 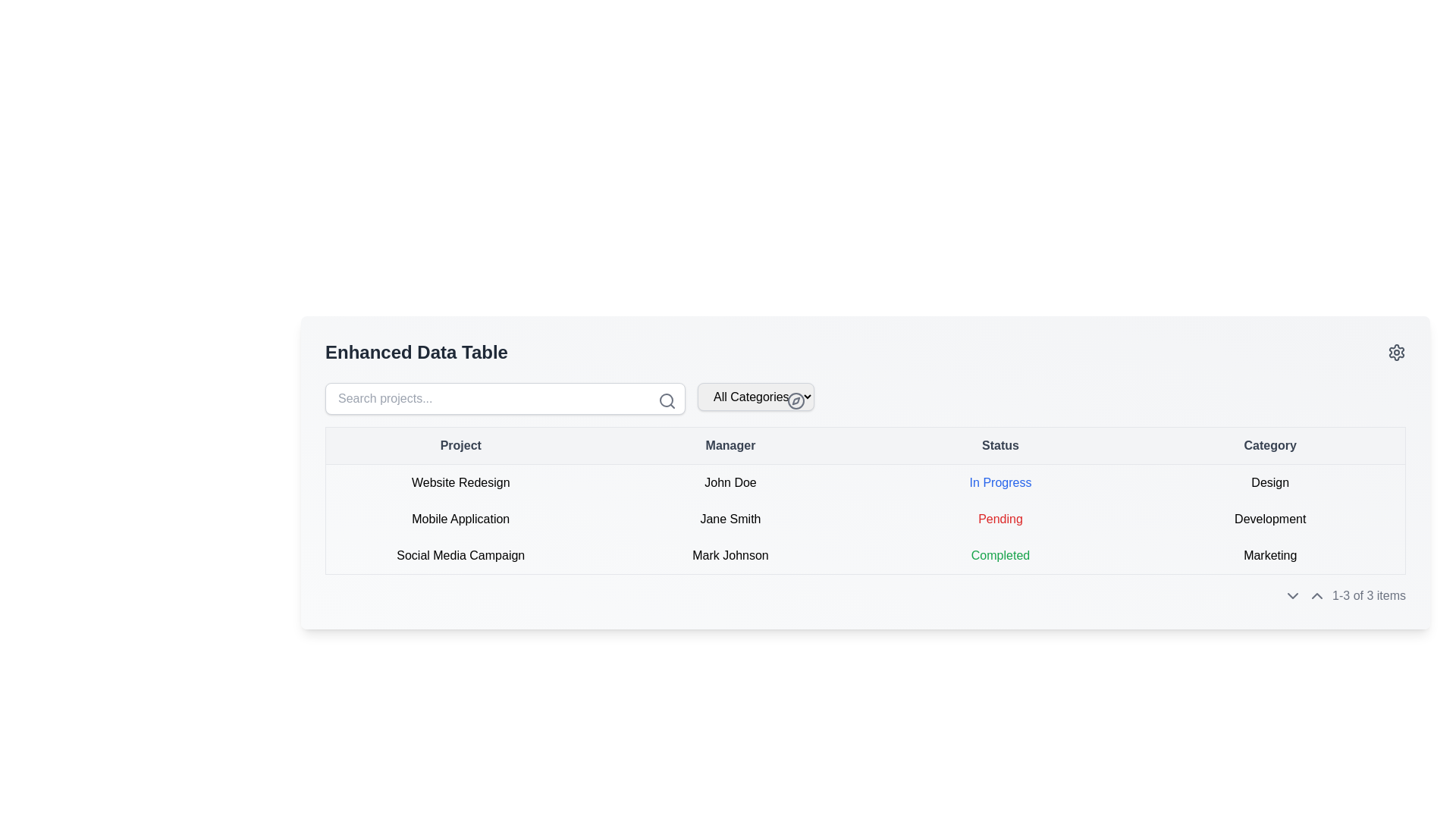 What do you see at coordinates (1396, 353) in the screenshot?
I see `the settings icon button located at the top right corner of the 'Enhanced Data Table'` at bounding box center [1396, 353].